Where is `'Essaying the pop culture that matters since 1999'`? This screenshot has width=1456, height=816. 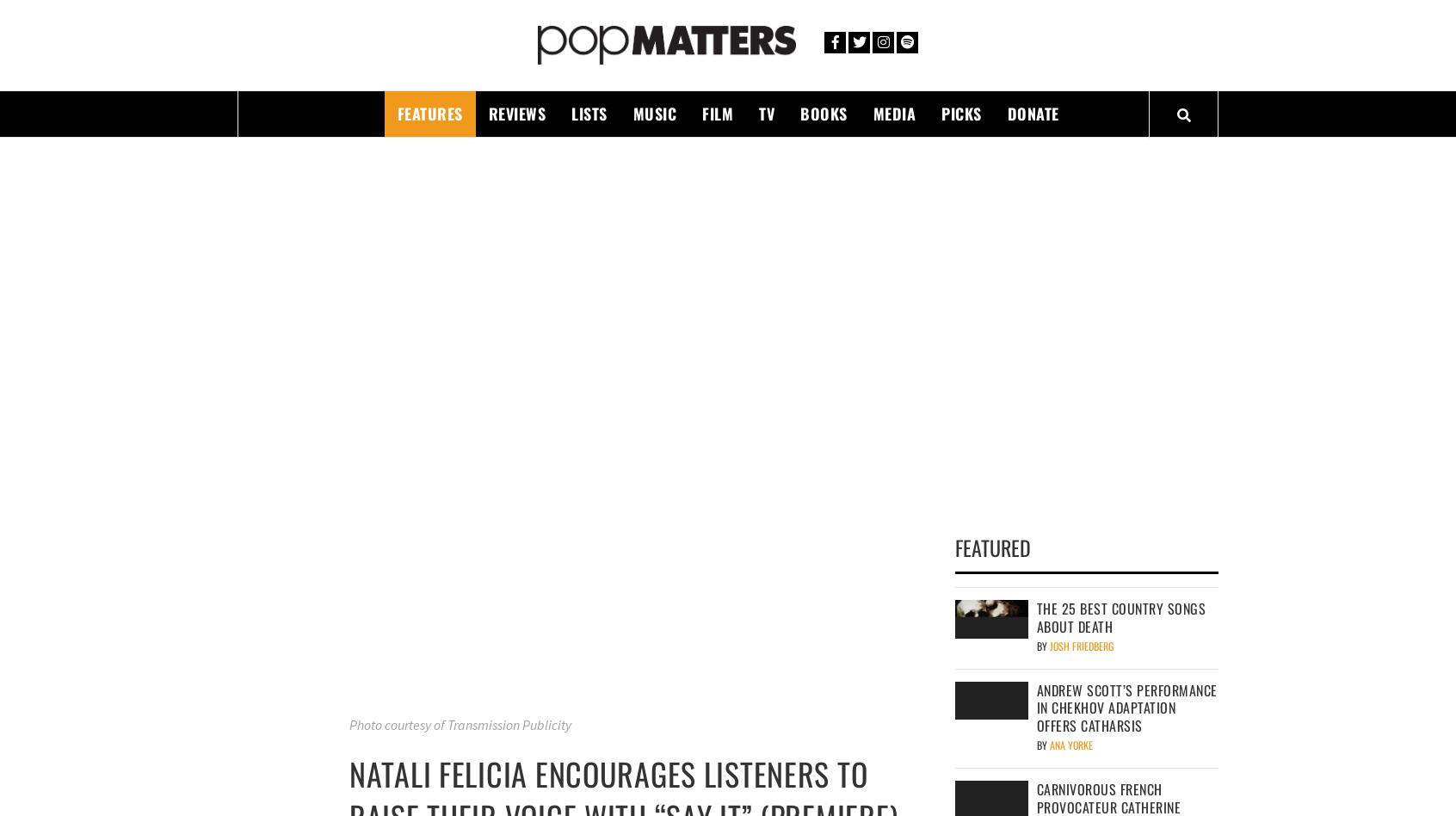
'Essaying the pop culture that matters since 1999' is located at coordinates (428, 81).